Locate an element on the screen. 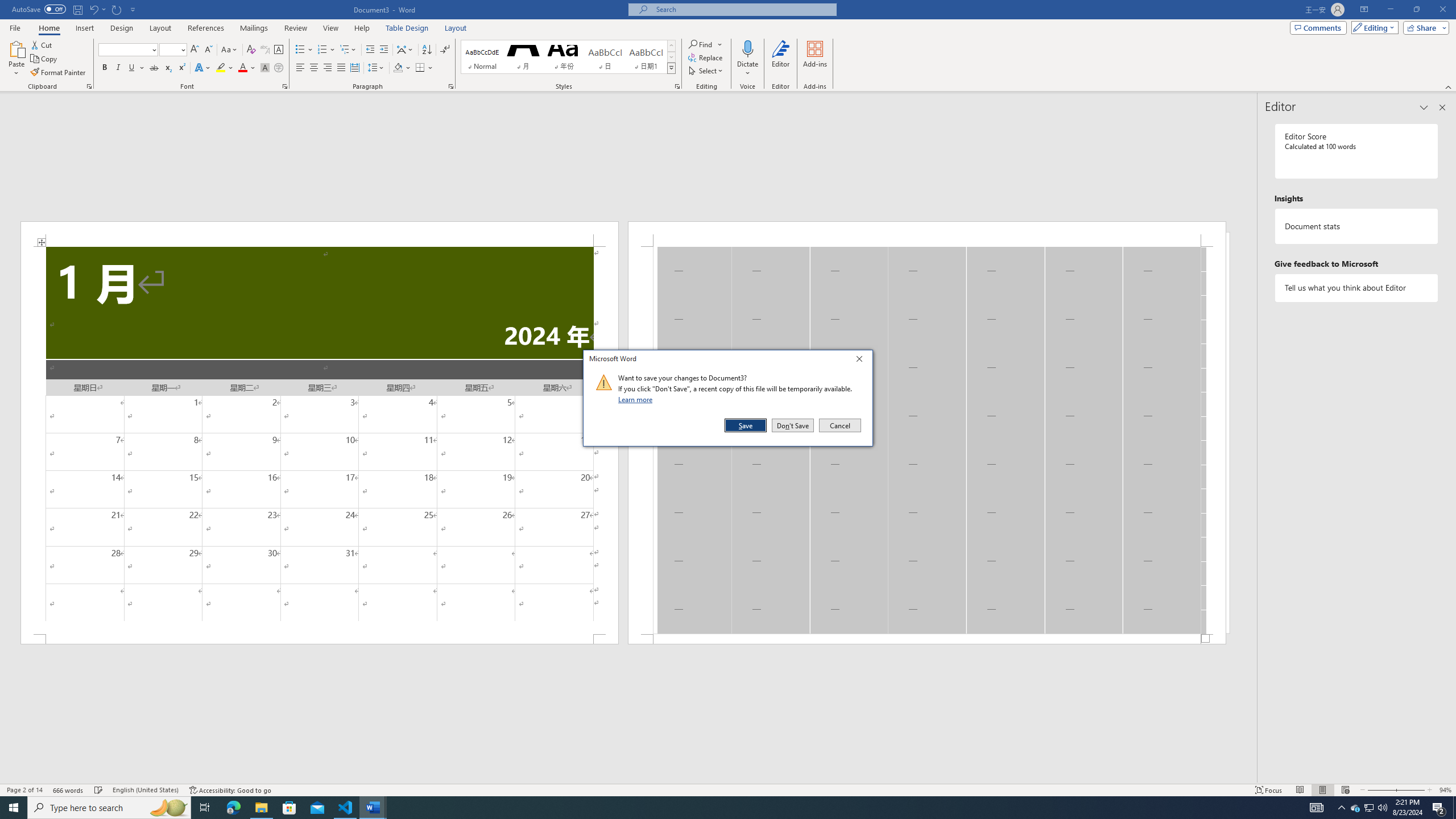  'Word - 2 running windows' is located at coordinates (373, 806).